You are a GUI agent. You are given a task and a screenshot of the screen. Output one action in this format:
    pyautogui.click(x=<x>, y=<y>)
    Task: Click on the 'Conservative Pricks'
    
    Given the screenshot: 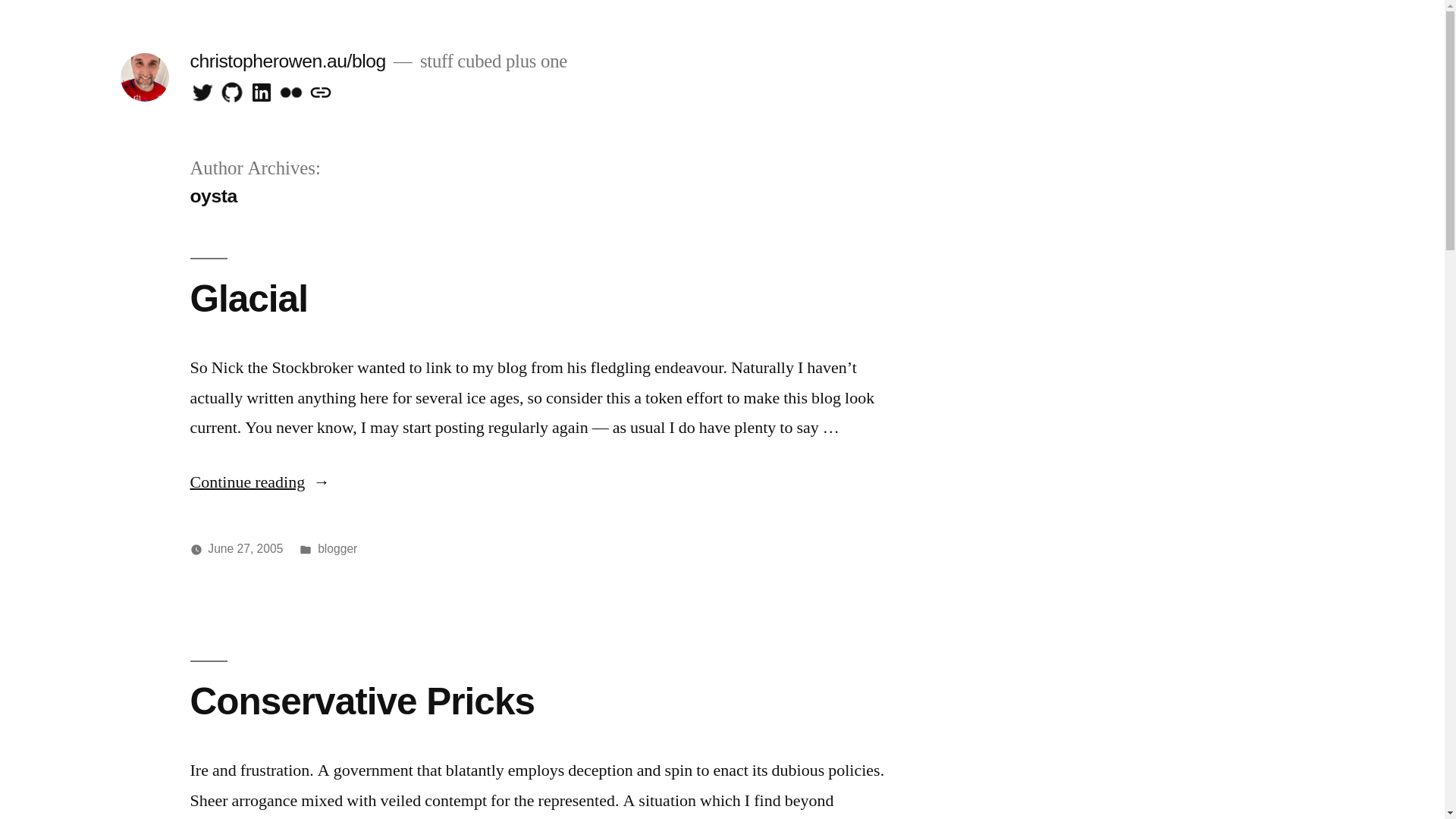 What is the action you would take?
    pyautogui.click(x=360, y=701)
    